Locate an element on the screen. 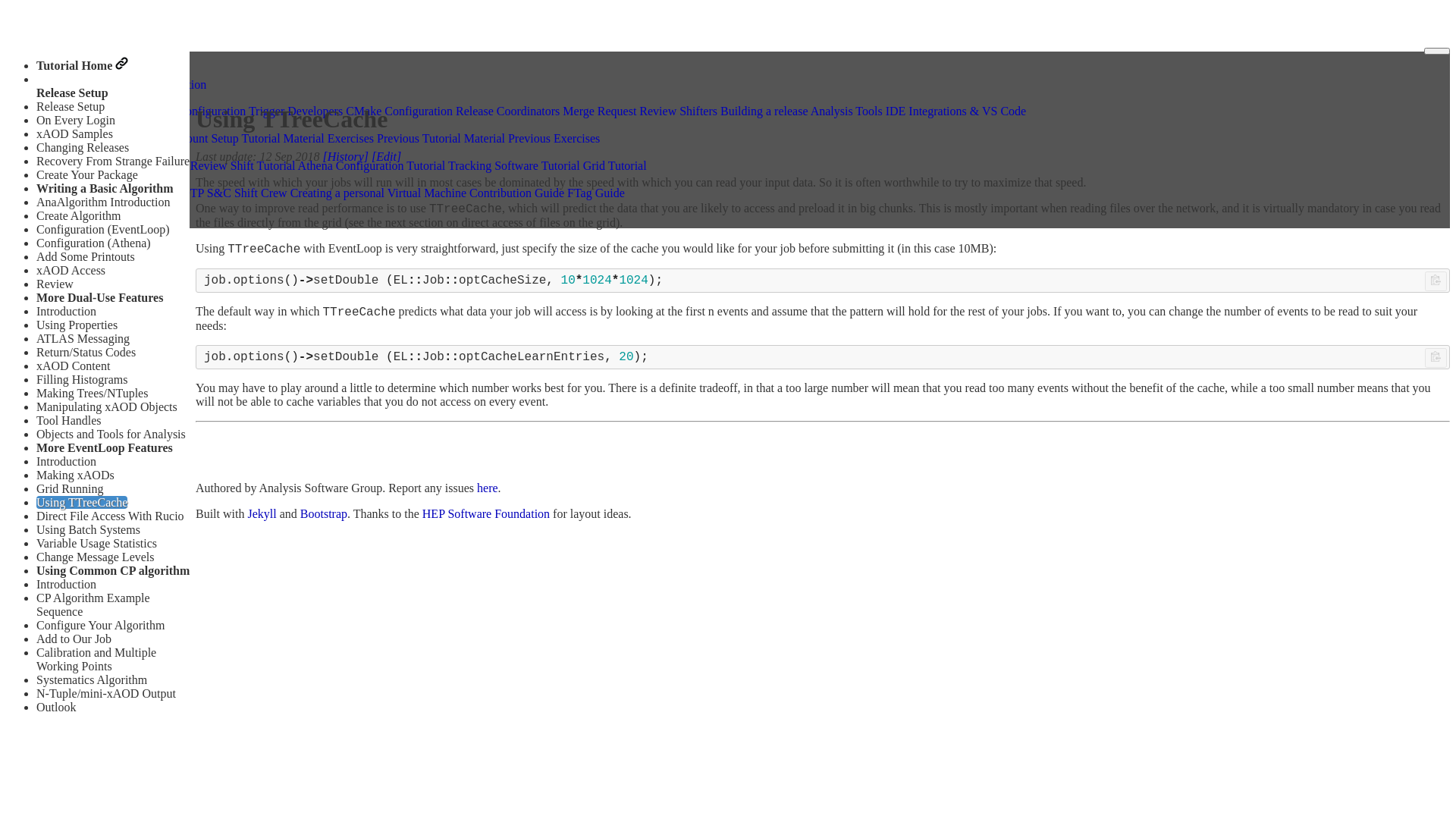 Image resolution: width=1456 pixels, height=819 pixels. 'Using TTreeCache' is located at coordinates (80, 502).